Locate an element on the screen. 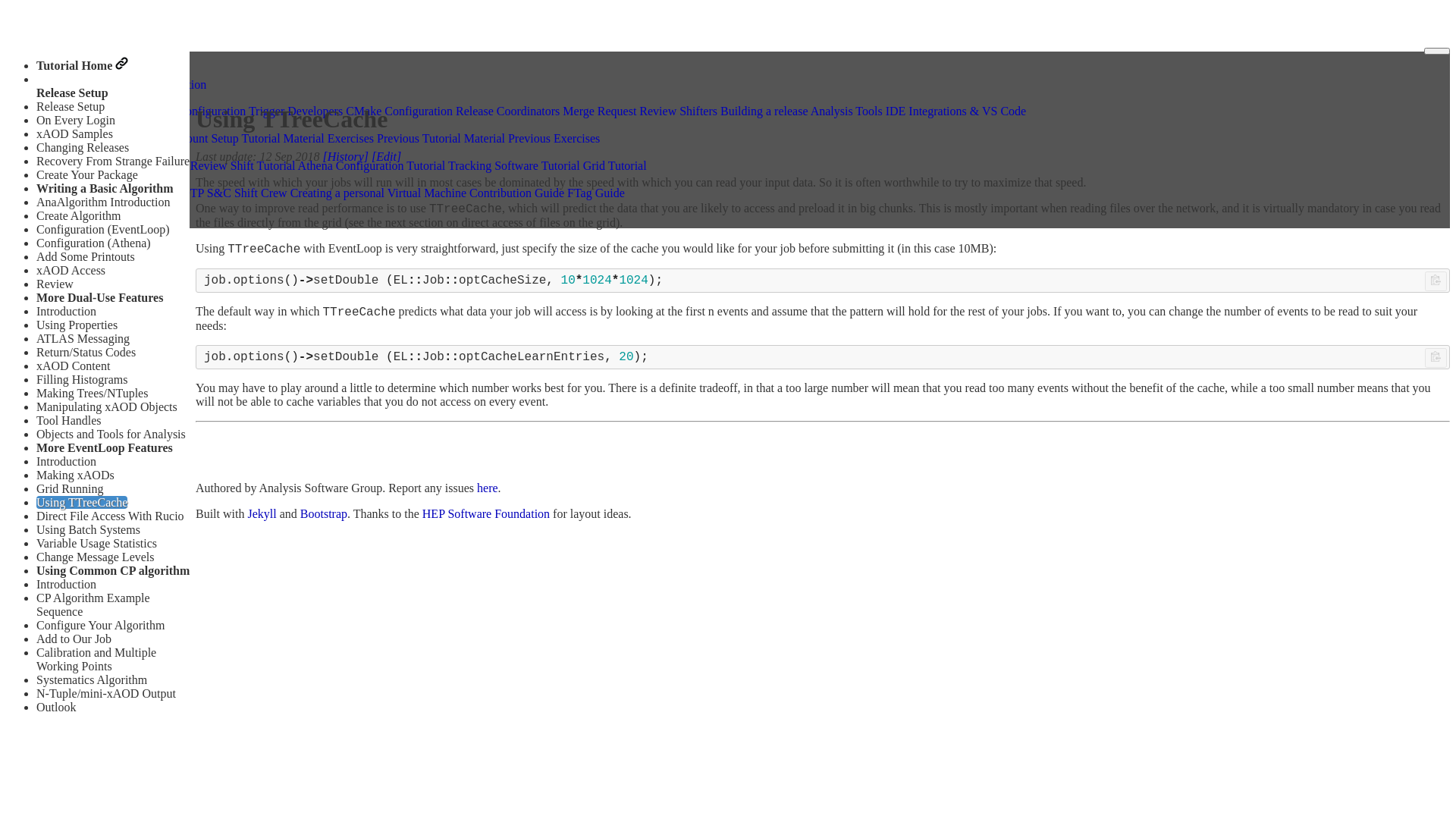 Image resolution: width=1456 pixels, height=819 pixels. 'Using TTreeCache' is located at coordinates (80, 502).